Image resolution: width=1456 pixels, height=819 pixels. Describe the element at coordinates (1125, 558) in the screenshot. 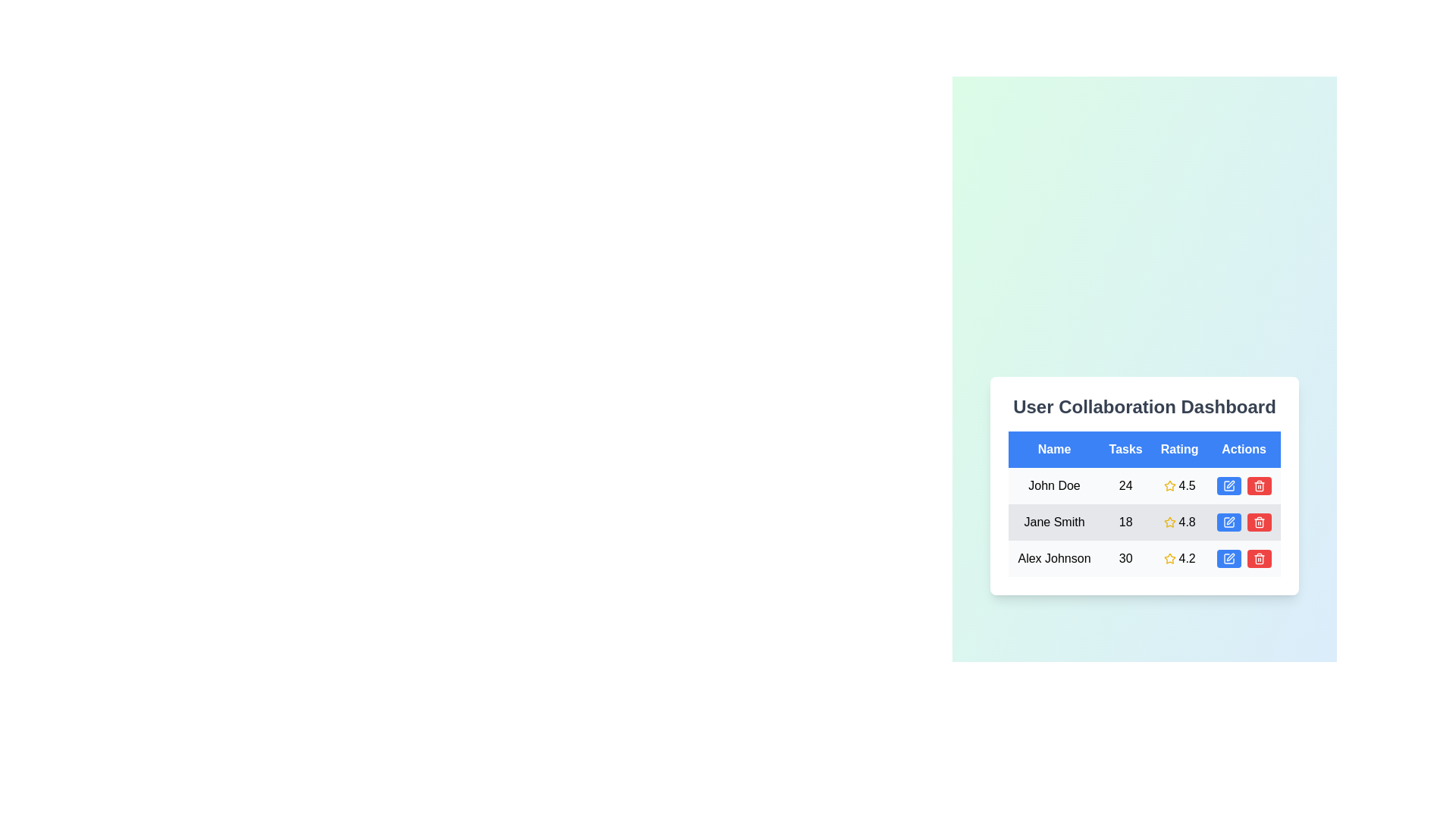

I see `the text cell displaying the number of tasks associated with the user 'Alex Johnson', located in the 'Tasks' column of the table` at that location.